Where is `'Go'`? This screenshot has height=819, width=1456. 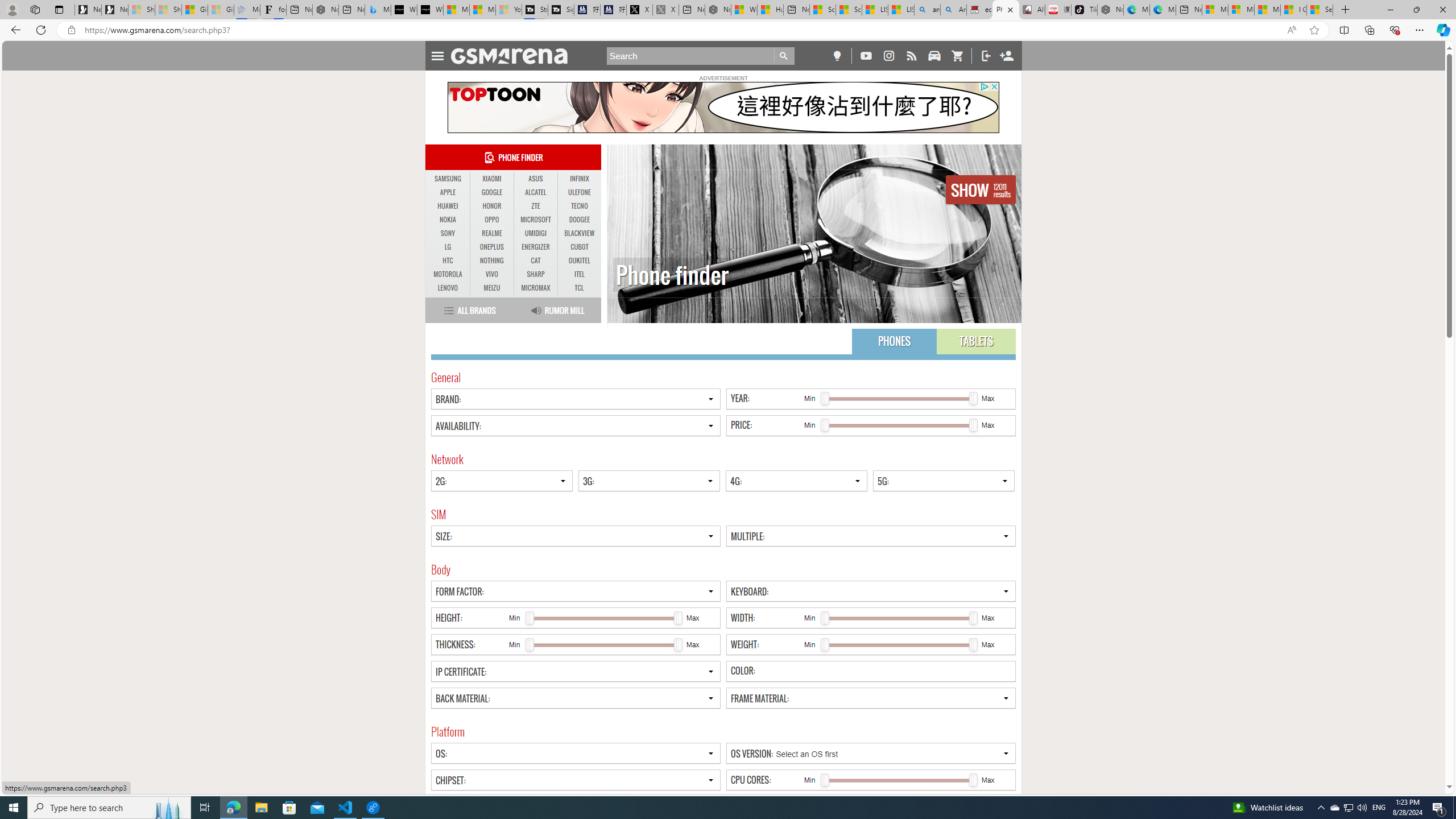 'Go' is located at coordinates (784, 55).